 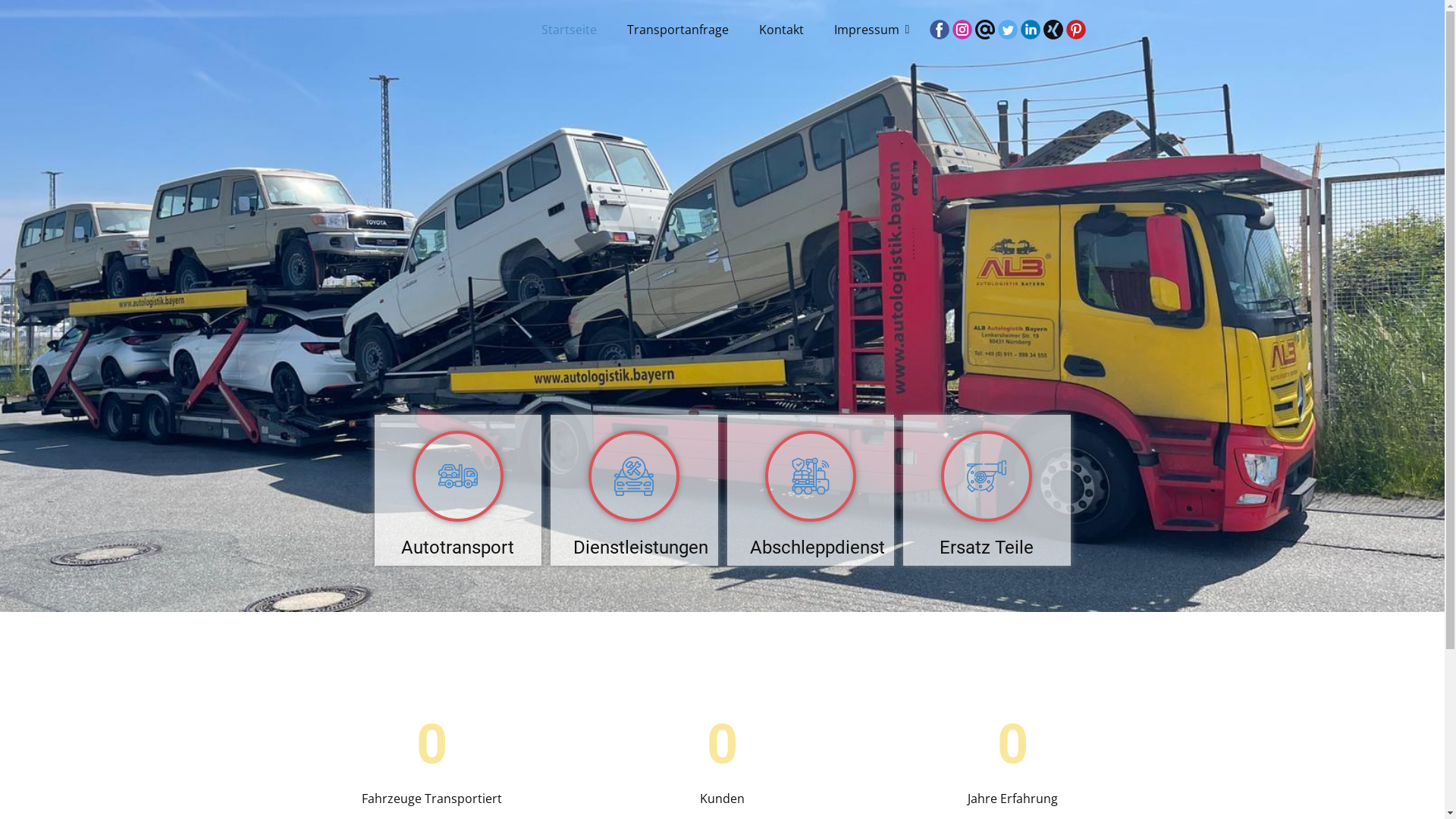 I want to click on 'Mail', so click(x=985, y=29).